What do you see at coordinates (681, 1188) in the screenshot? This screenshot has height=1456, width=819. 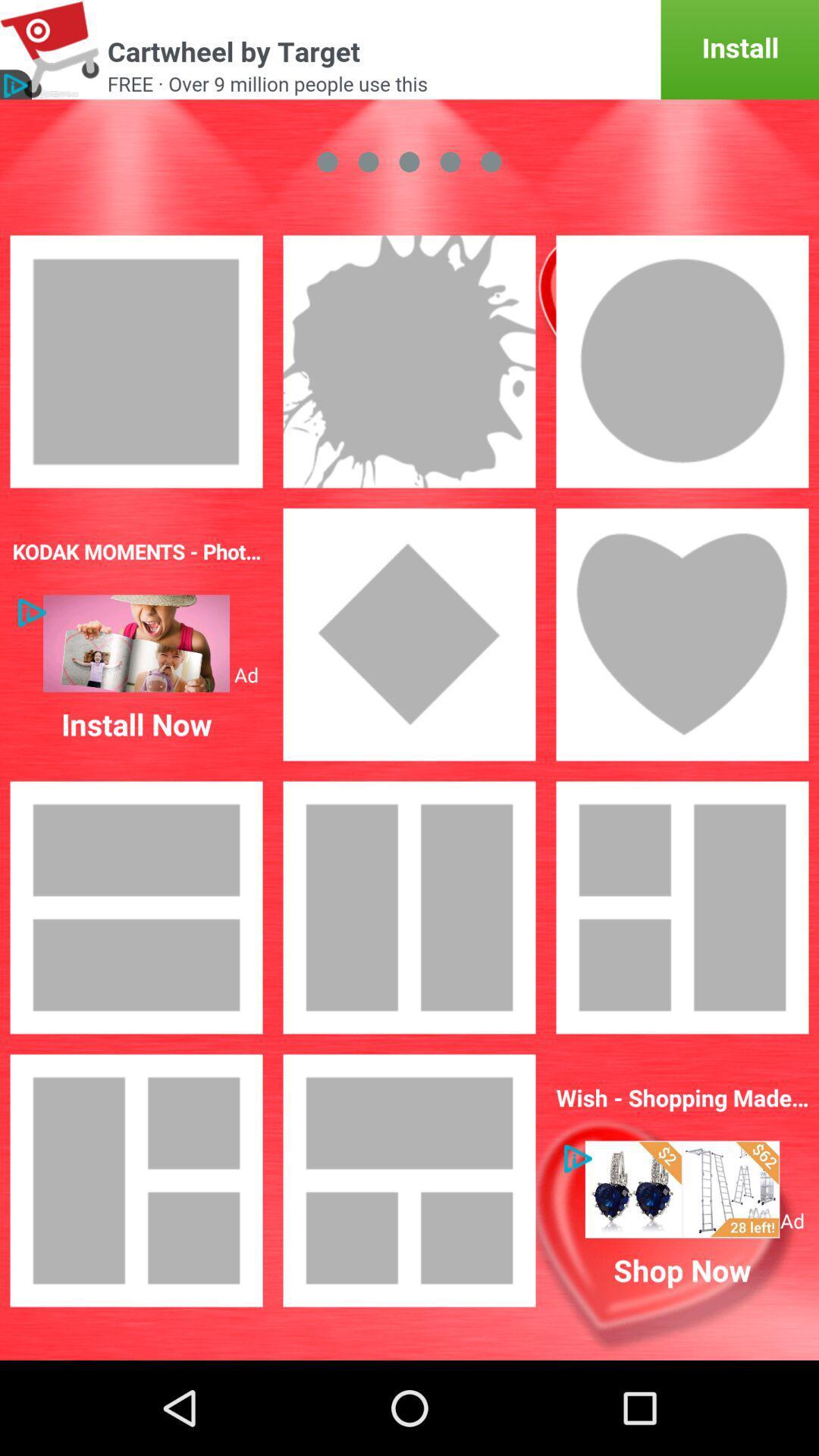 I see `banner` at bounding box center [681, 1188].